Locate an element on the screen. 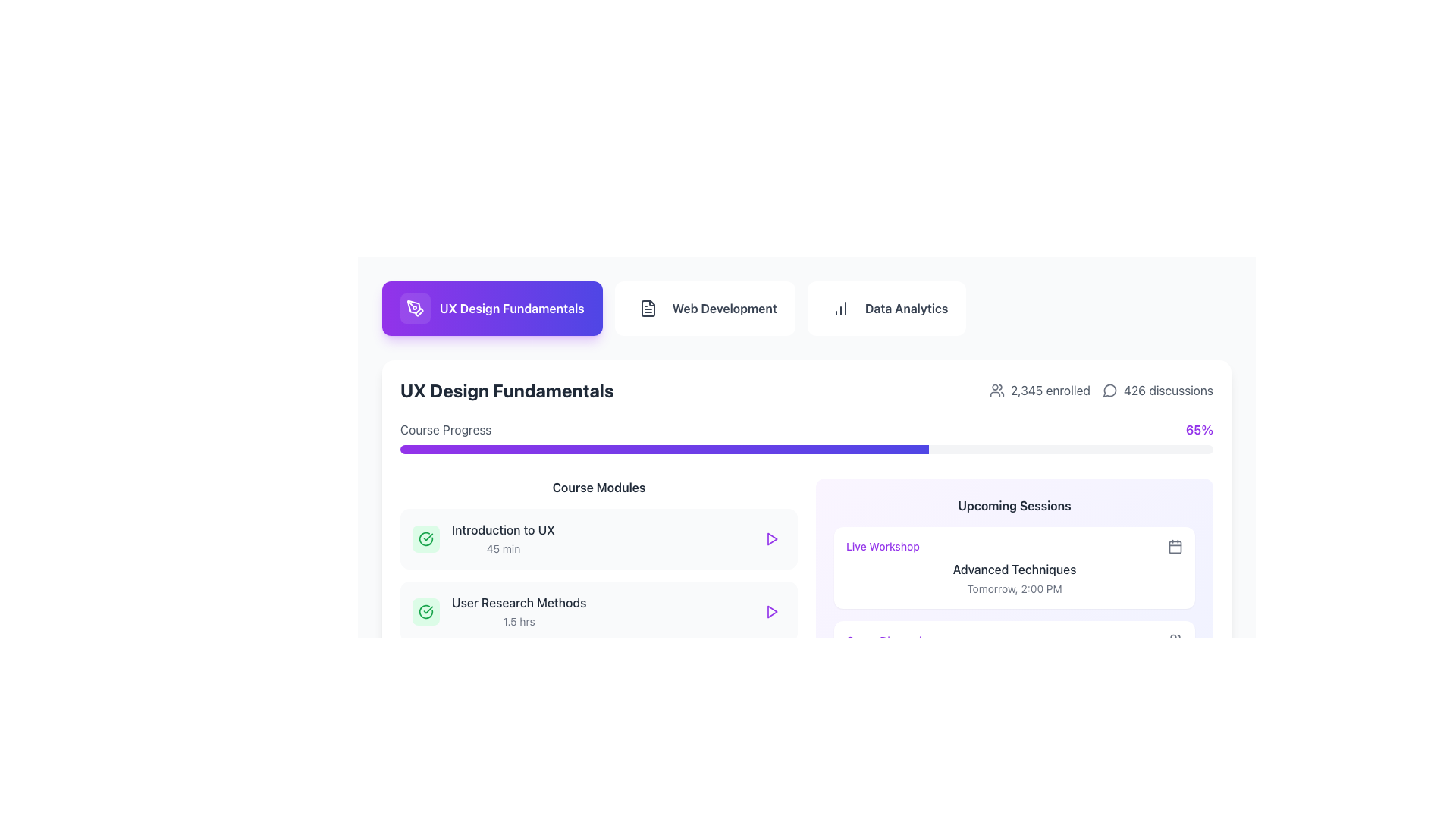  the second item in the course modules list labeled 'User Research Methods' is located at coordinates (519, 610).